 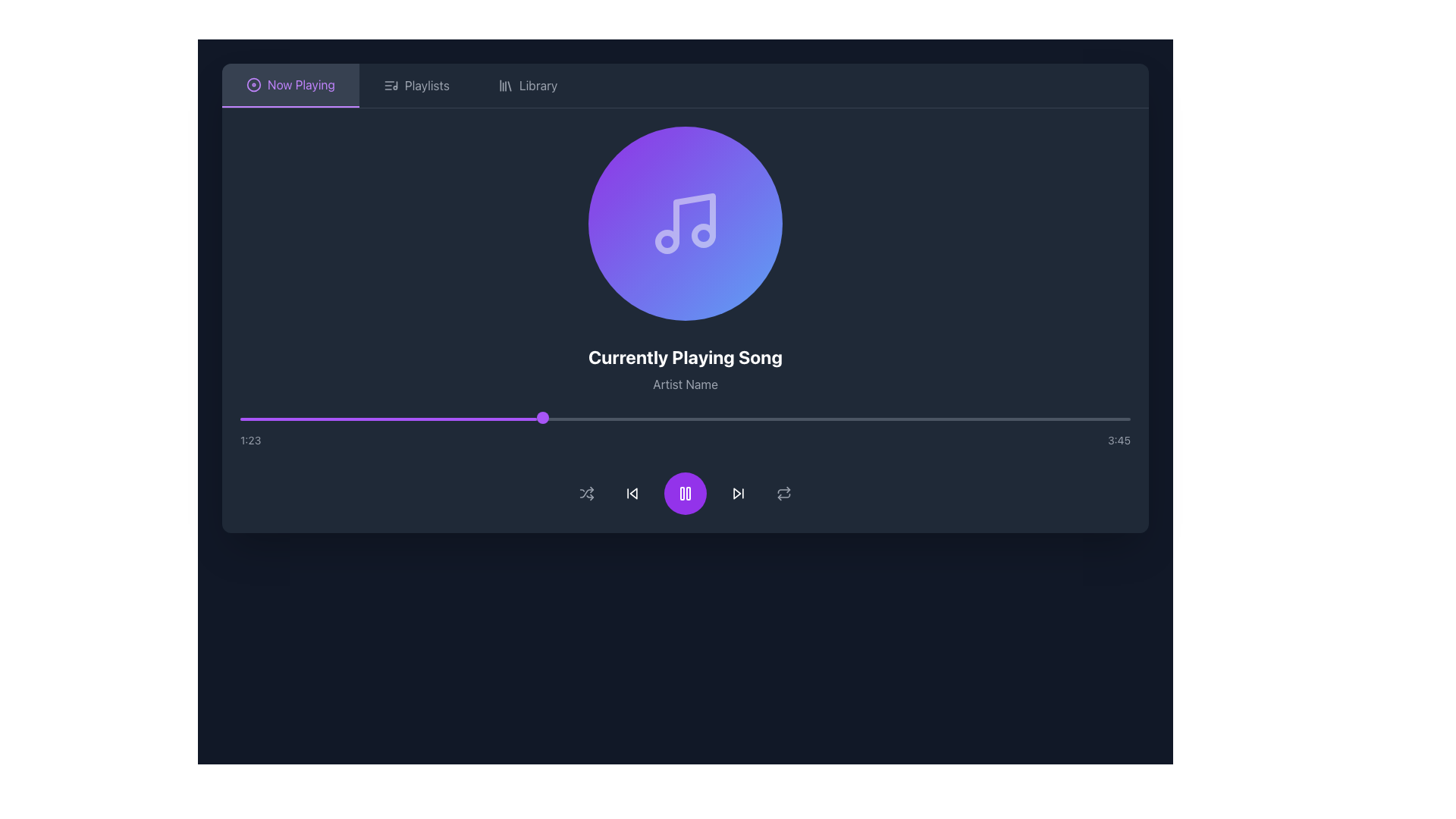 I want to click on the text label displaying the total duration of the media being played, located in the bottom-right corner of the window, right of the progress bar, so click(x=1119, y=441).